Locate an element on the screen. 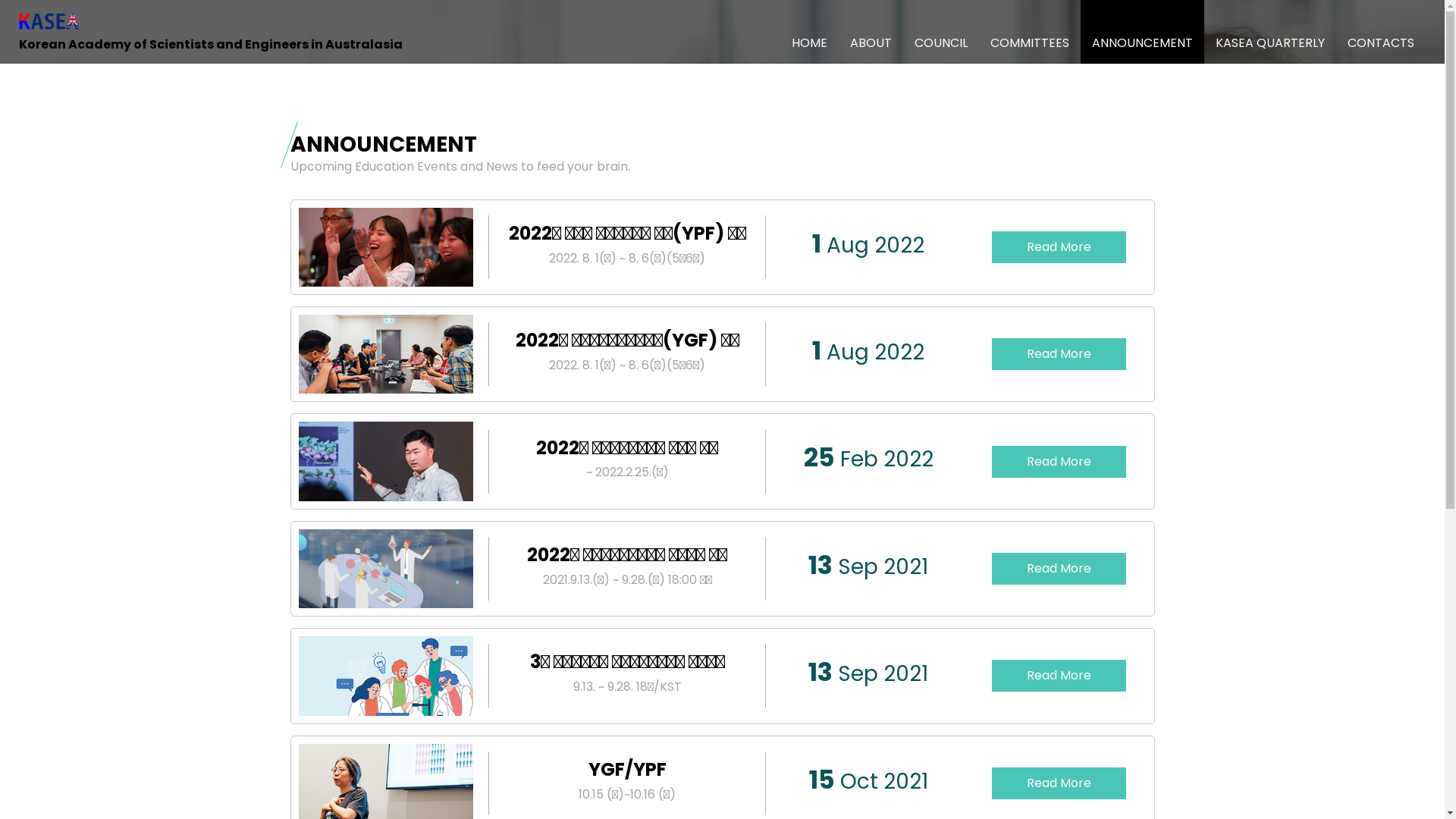 This screenshot has width=1456, height=819. 'Read More' is located at coordinates (1058, 246).